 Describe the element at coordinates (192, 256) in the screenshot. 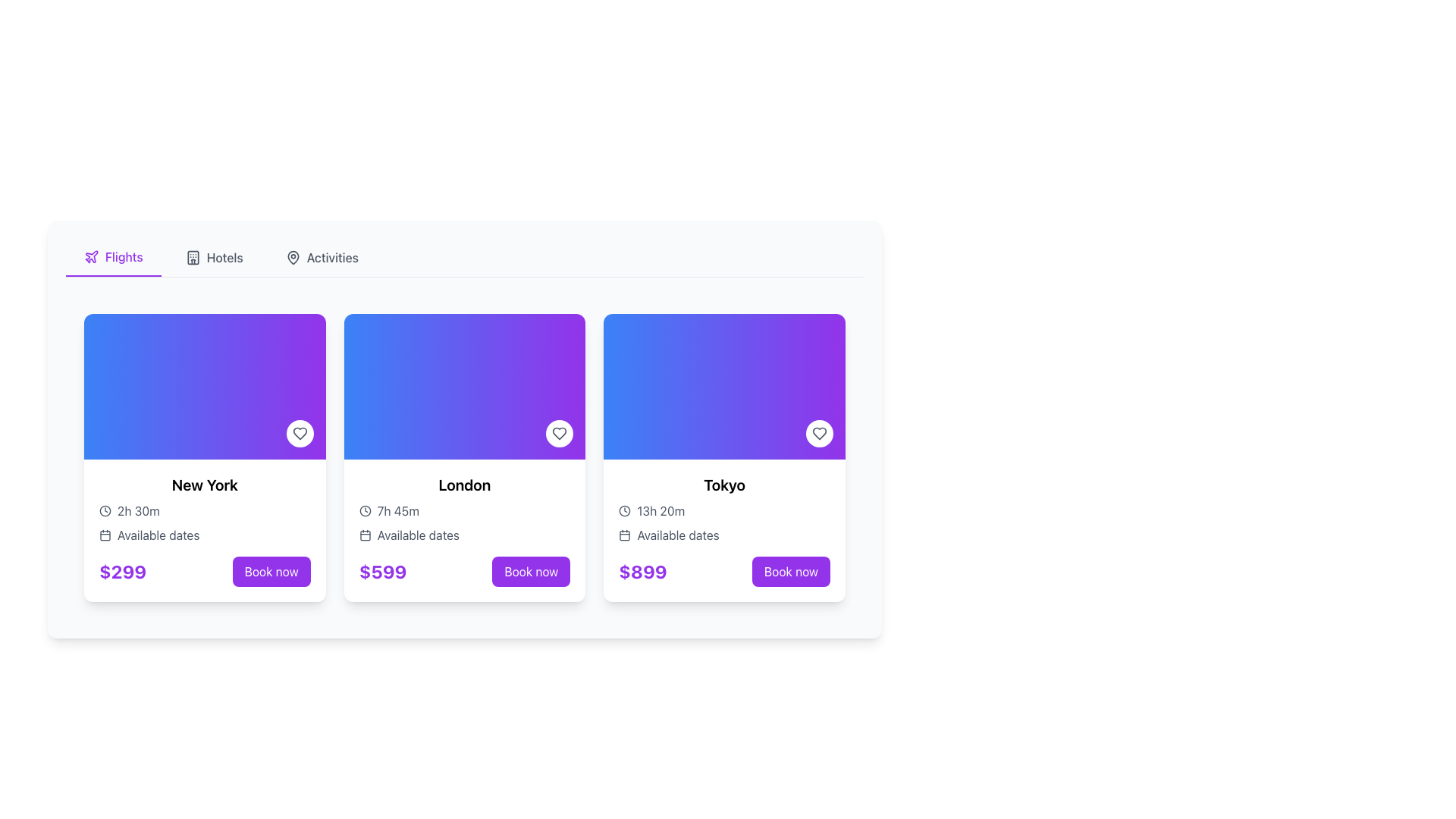

I see `the second icon from the left in the navigation bar that resembles a small building` at that location.